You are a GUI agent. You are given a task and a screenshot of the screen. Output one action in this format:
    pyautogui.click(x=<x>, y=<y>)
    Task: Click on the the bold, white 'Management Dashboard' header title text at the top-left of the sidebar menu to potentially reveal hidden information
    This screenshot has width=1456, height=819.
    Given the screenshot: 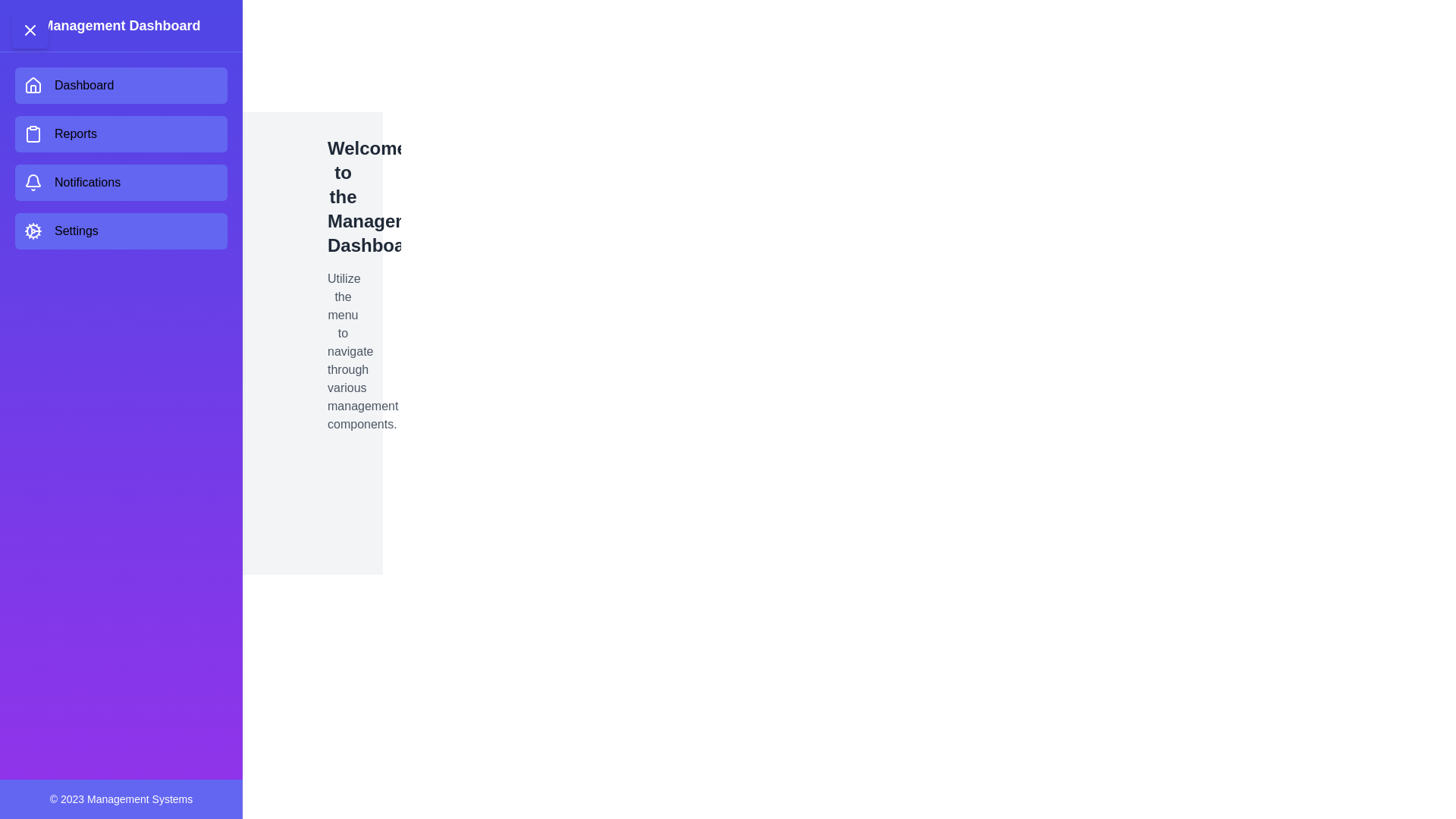 What is the action you would take?
    pyautogui.click(x=120, y=26)
    